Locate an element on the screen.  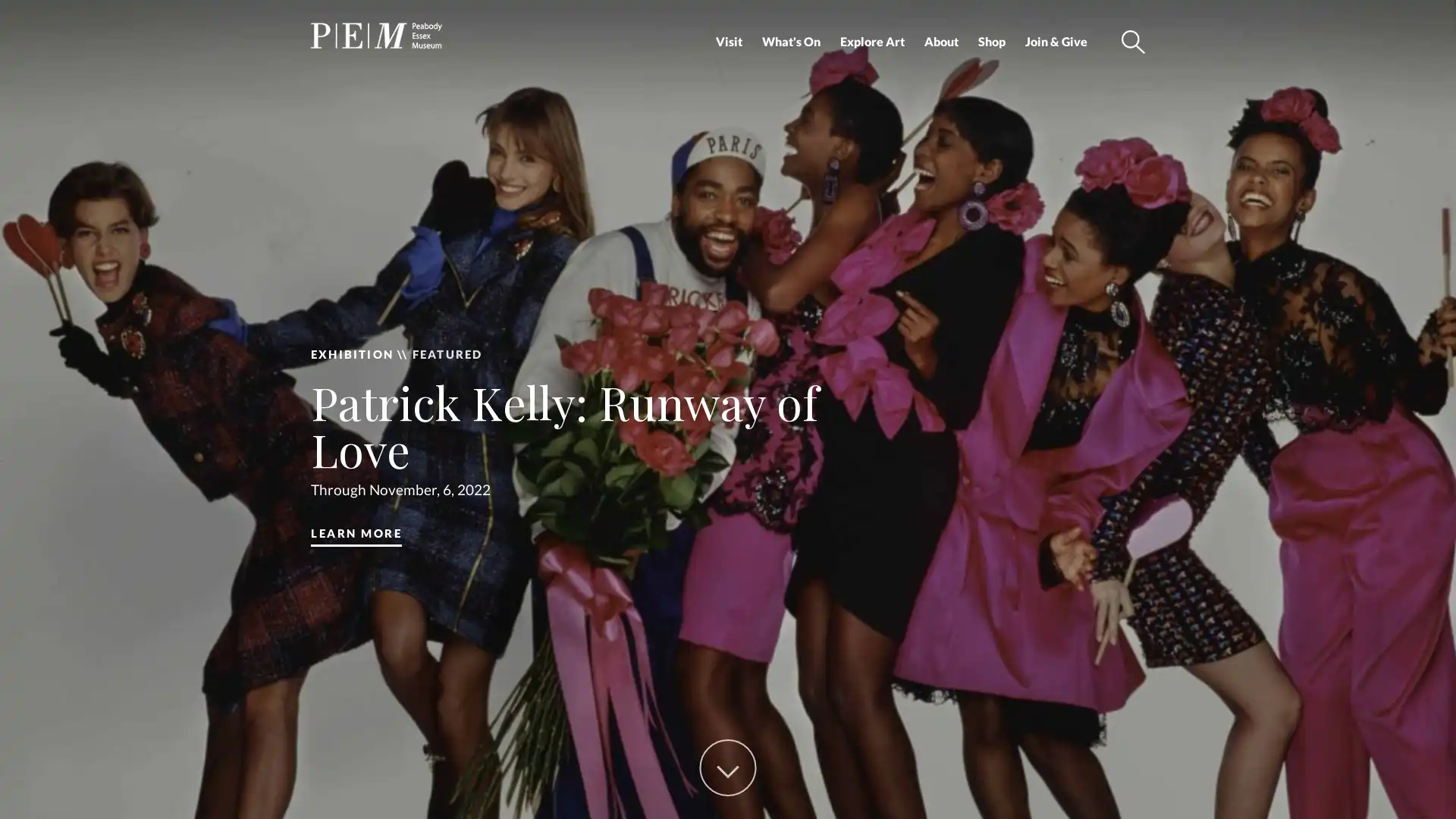
Scroll Down is located at coordinates (726, 767).